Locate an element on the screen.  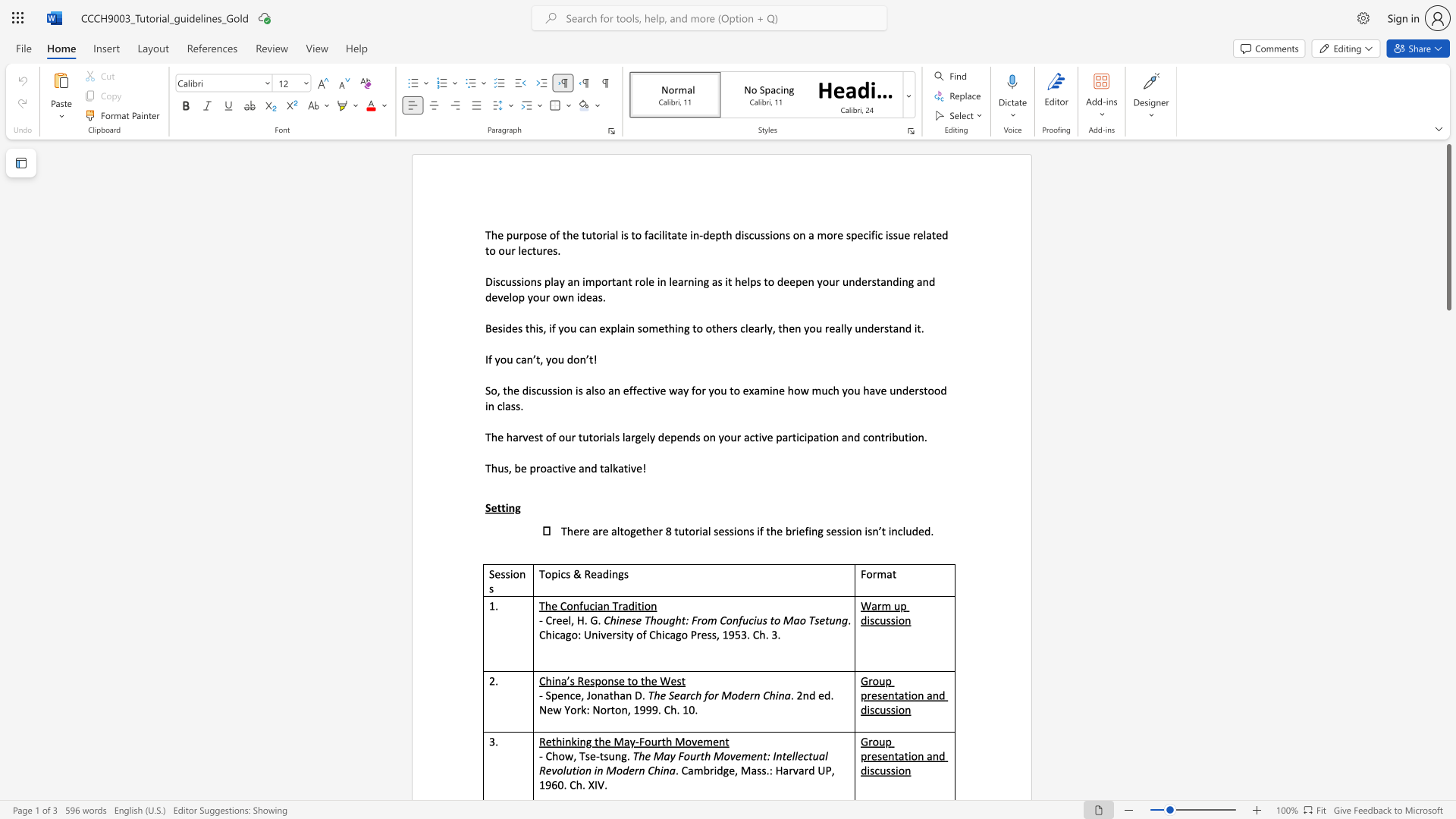
the page's right scrollbar for downward movement is located at coordinates (1448, 758).